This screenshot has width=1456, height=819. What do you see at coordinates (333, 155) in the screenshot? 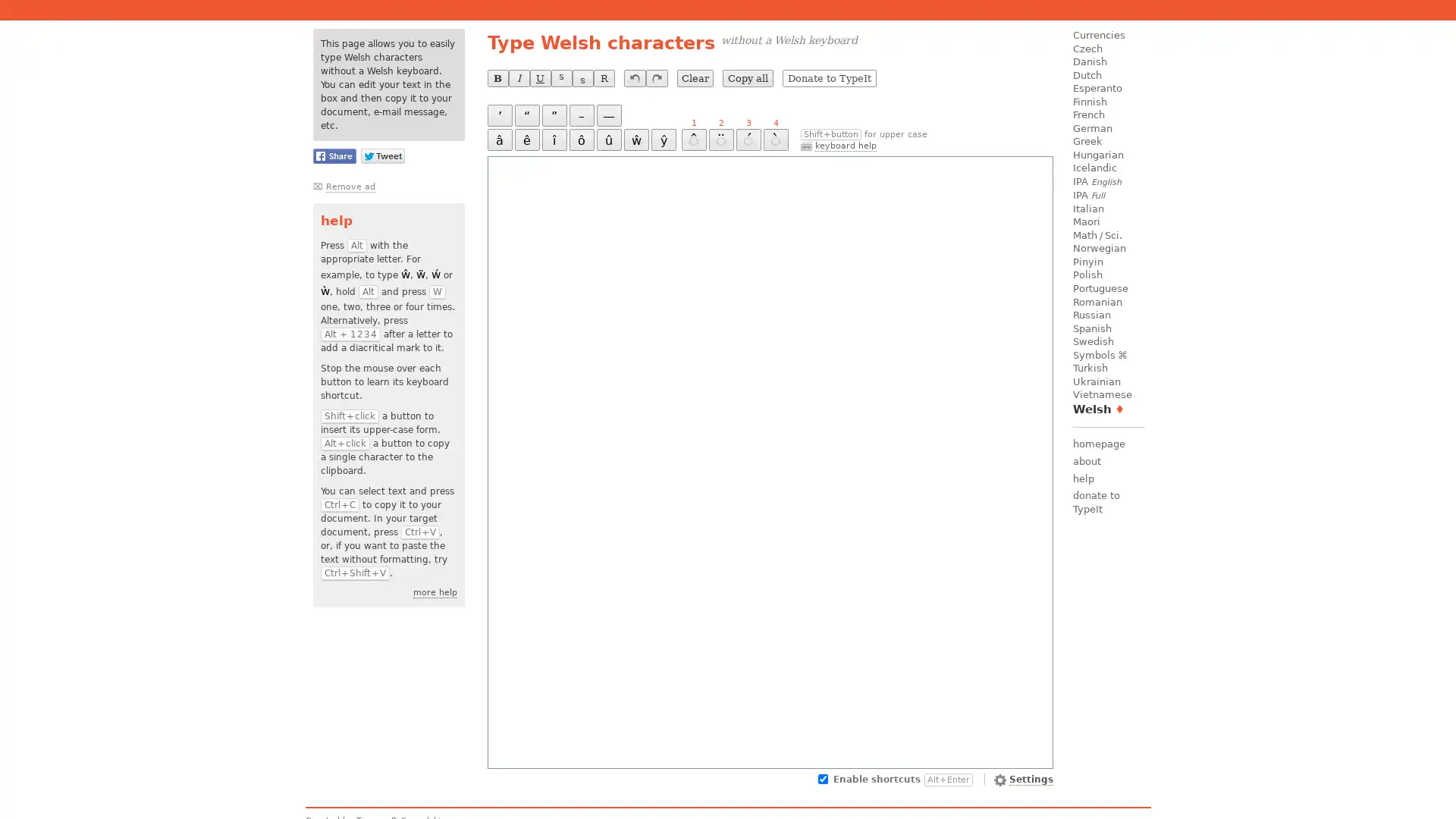
I see `Share this page on Facebook` at bounding box center [333, 155].